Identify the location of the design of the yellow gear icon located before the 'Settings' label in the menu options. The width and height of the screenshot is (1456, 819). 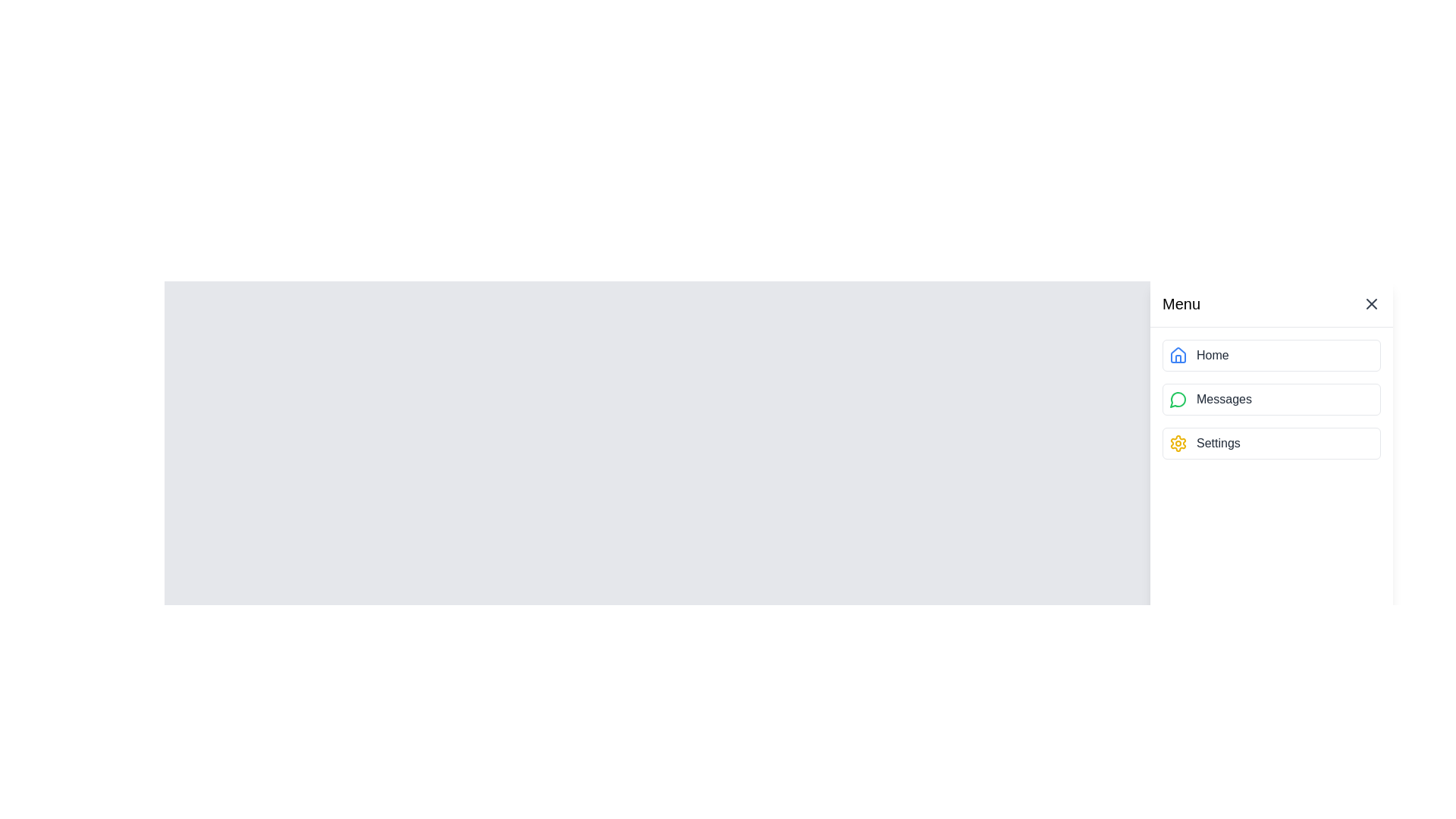
(1178, 444).